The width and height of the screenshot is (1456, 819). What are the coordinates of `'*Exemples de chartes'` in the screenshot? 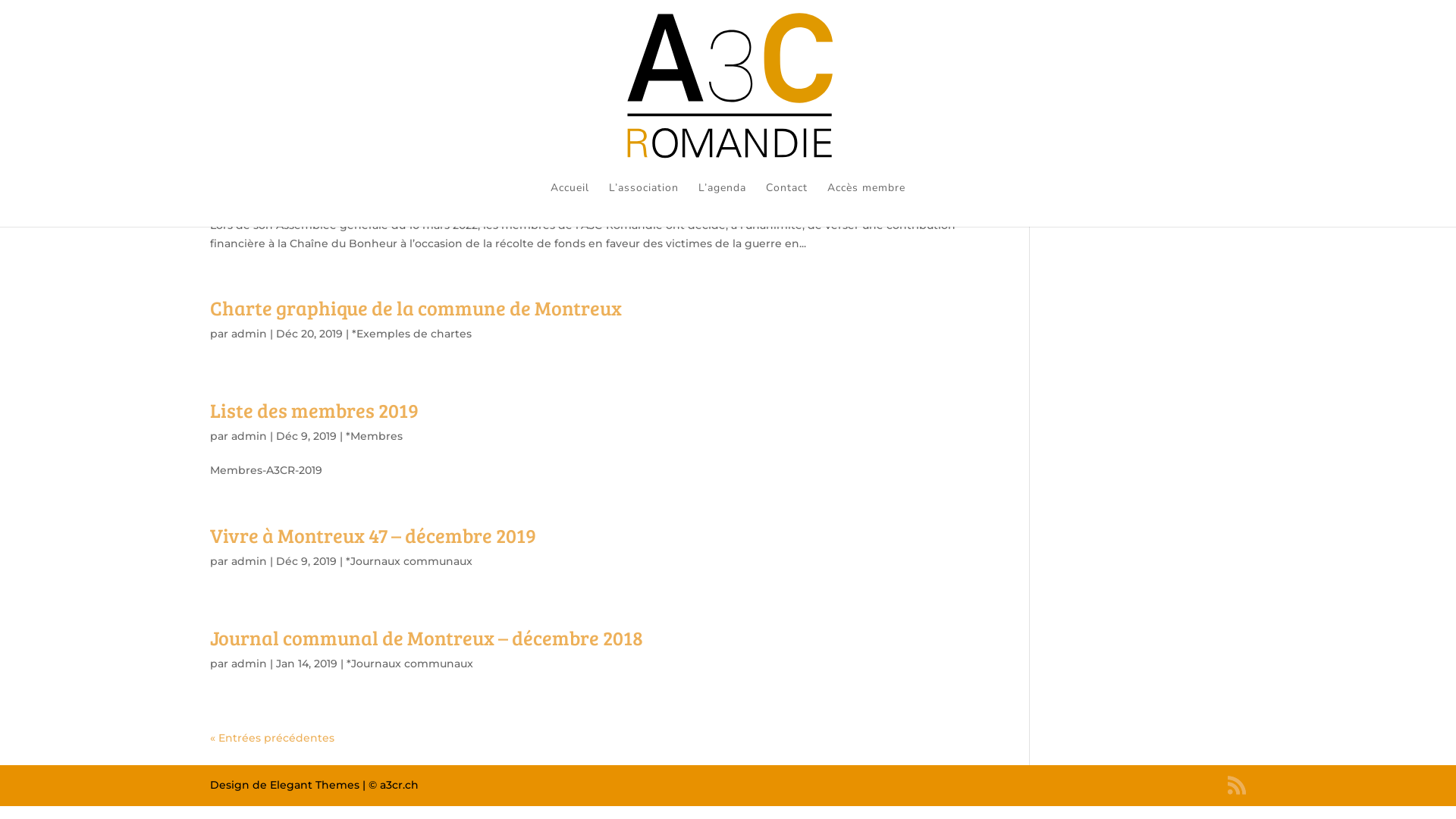 It's located at (411, 332).